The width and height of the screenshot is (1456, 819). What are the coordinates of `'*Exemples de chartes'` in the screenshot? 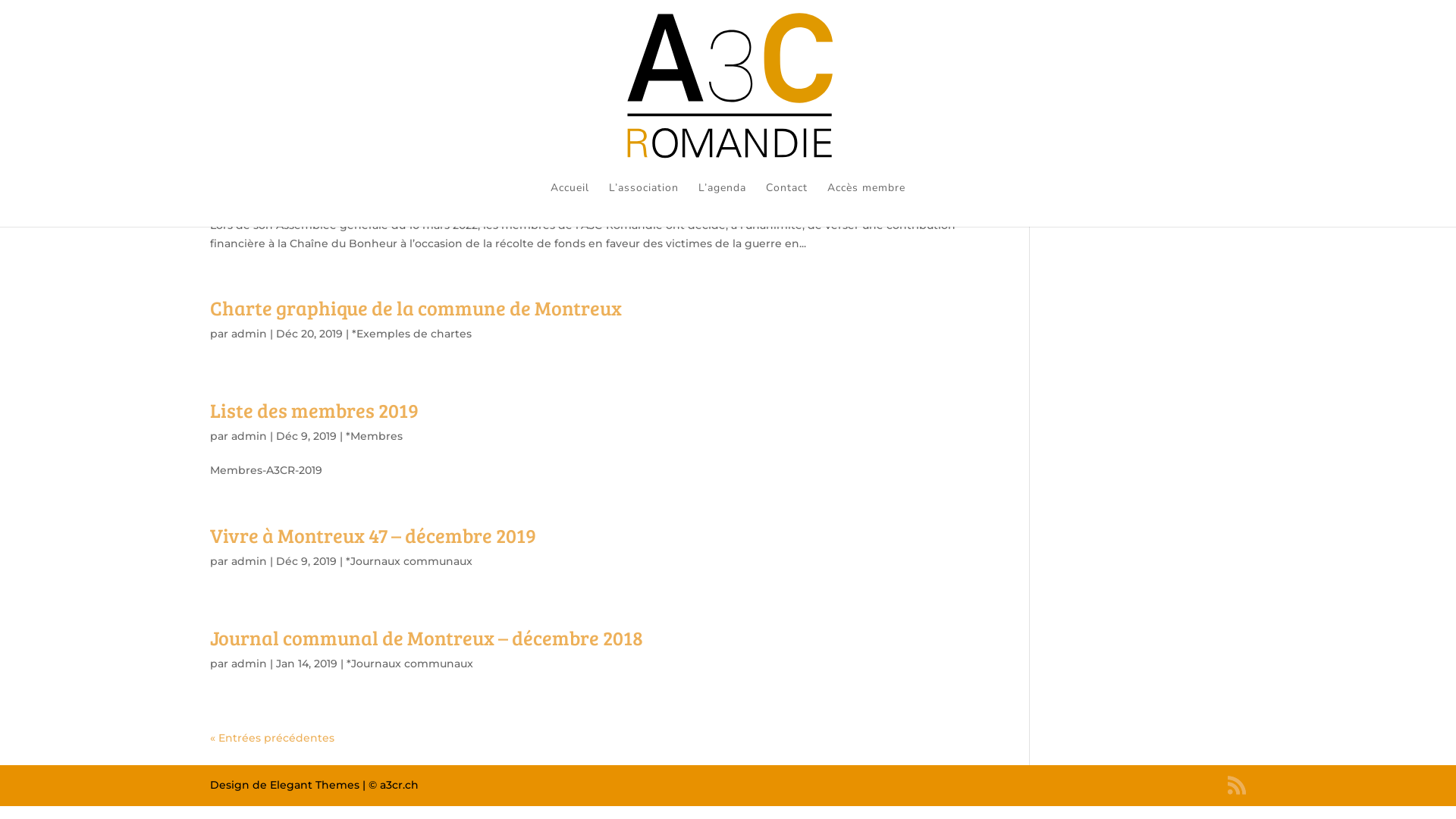 It's located at (411, 332).